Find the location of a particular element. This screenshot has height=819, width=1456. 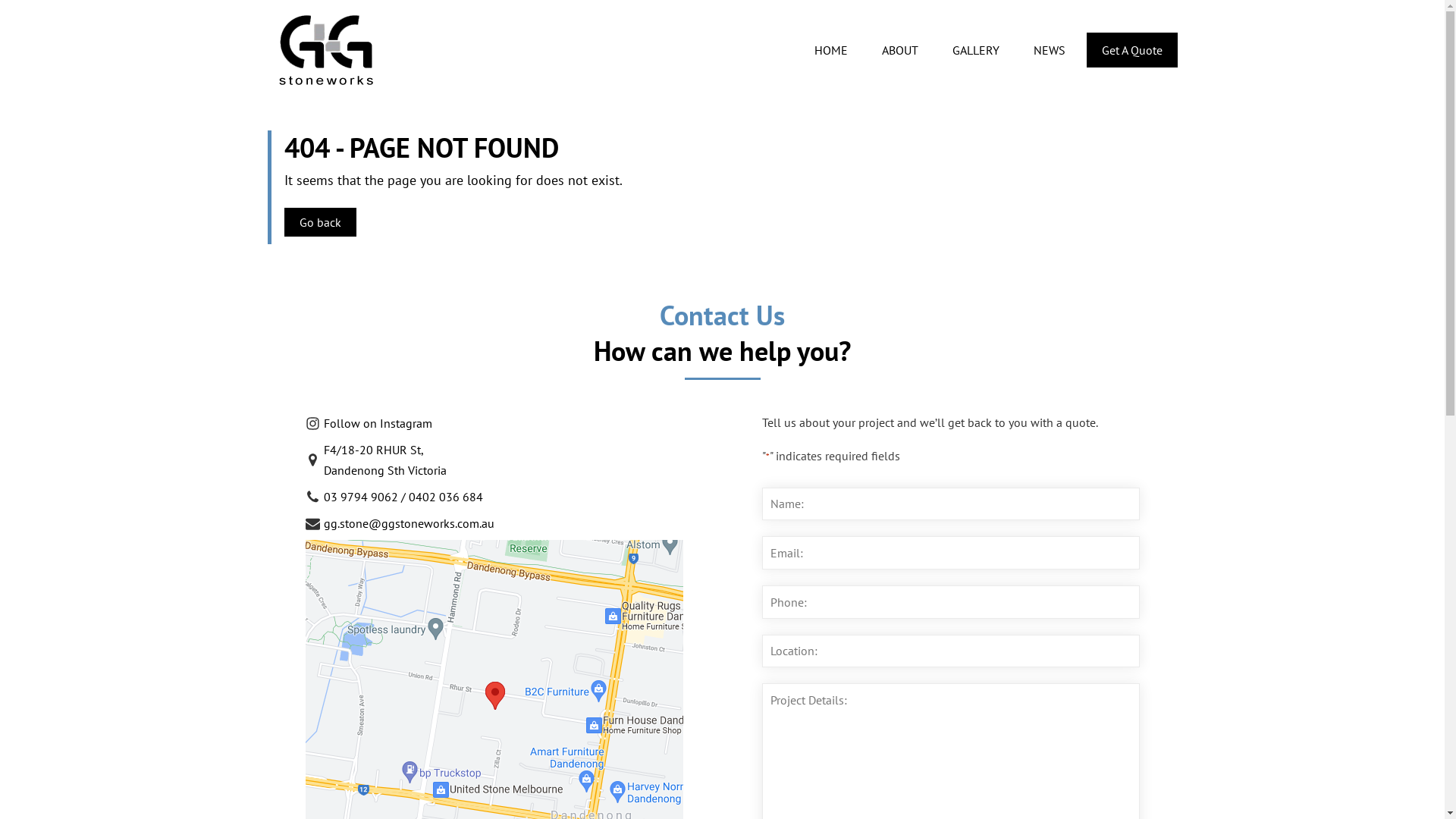

'ABOUT' is located at coordinates (900, 49).